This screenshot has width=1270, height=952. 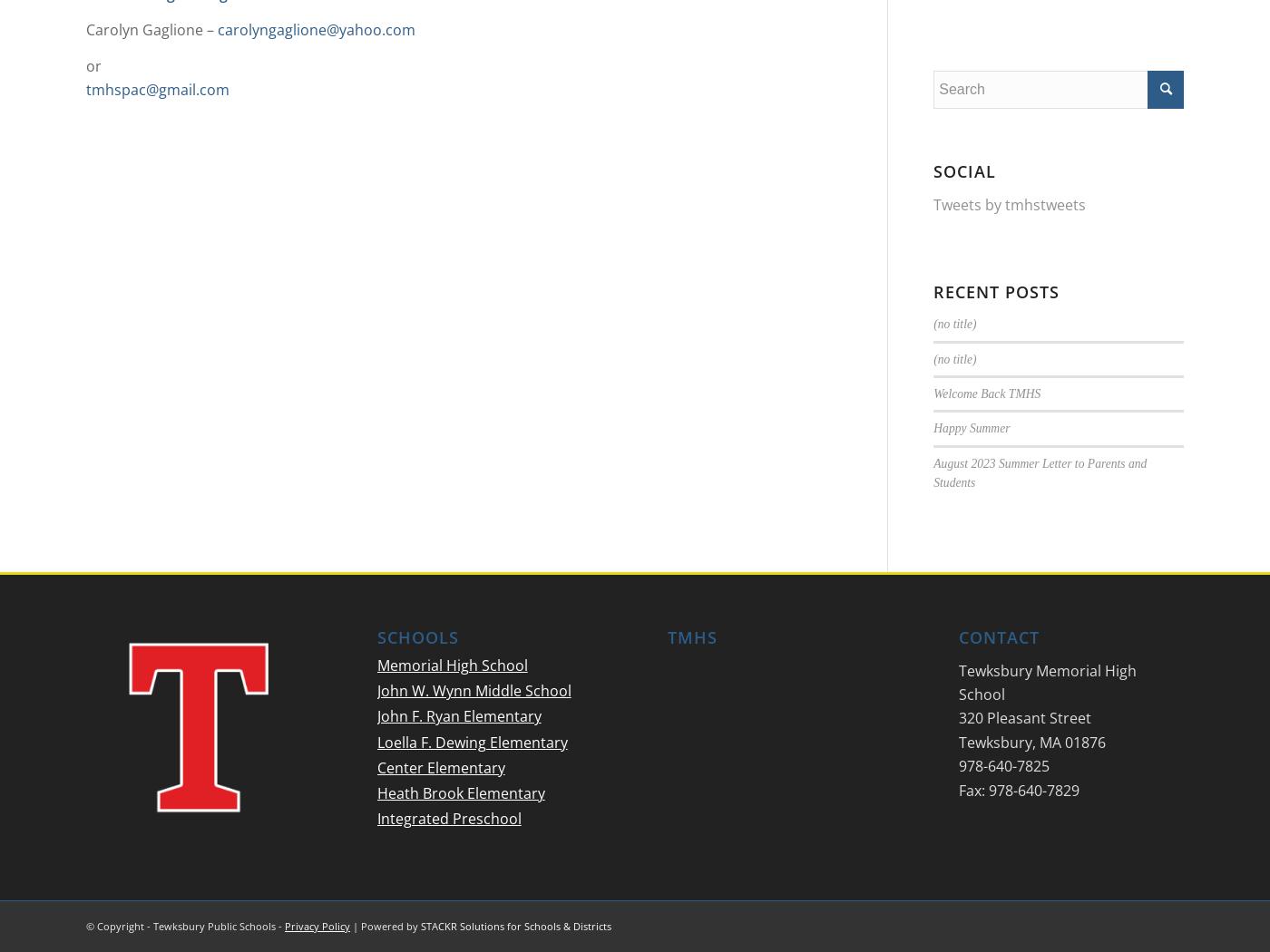 I want to click on 'Recent Posts', so click(x=933, y=290).